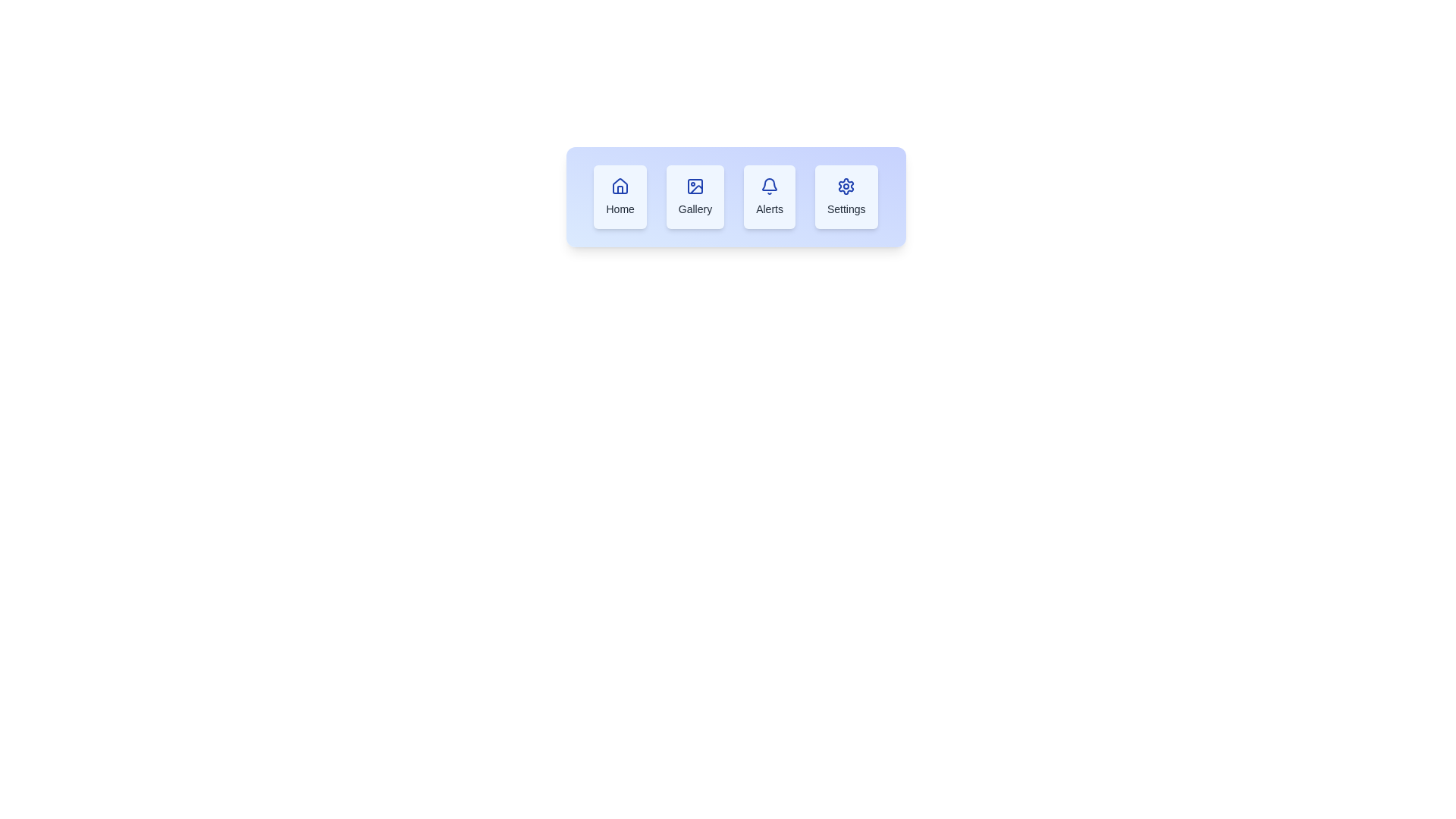 This screenshot has height=819, width=1456. What do you see at coordinates (620, 185) in the screenshot?
I see `the 'Home' navigation icon located at the leftmost position of the horizontal menu bar` at bounding box center [620, 185].